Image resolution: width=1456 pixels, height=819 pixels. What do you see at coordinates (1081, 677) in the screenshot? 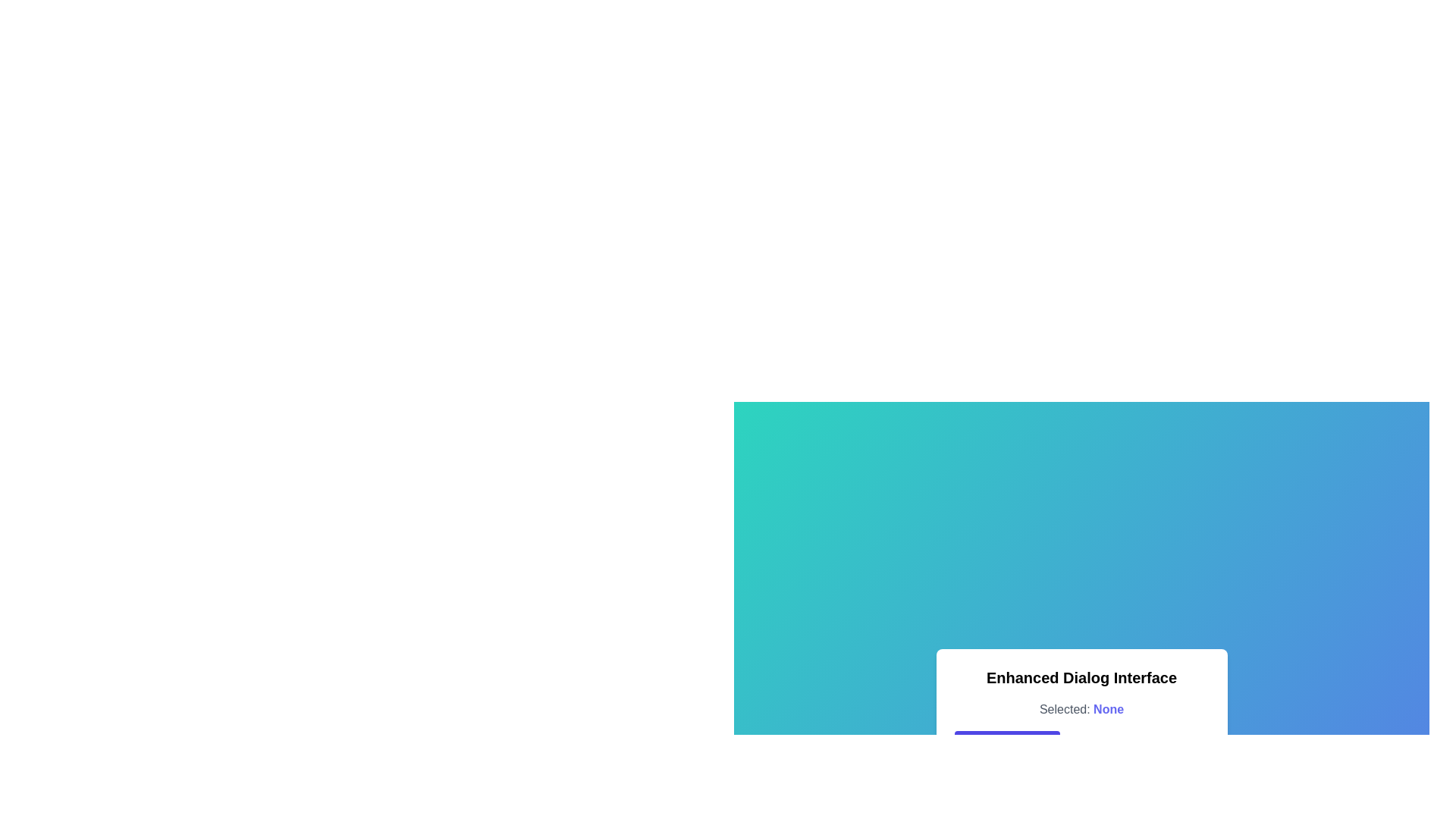
I see `the heading 'Enhanced Dialog Interface' to ensure it is visible` at bounding box center [1081, 677].